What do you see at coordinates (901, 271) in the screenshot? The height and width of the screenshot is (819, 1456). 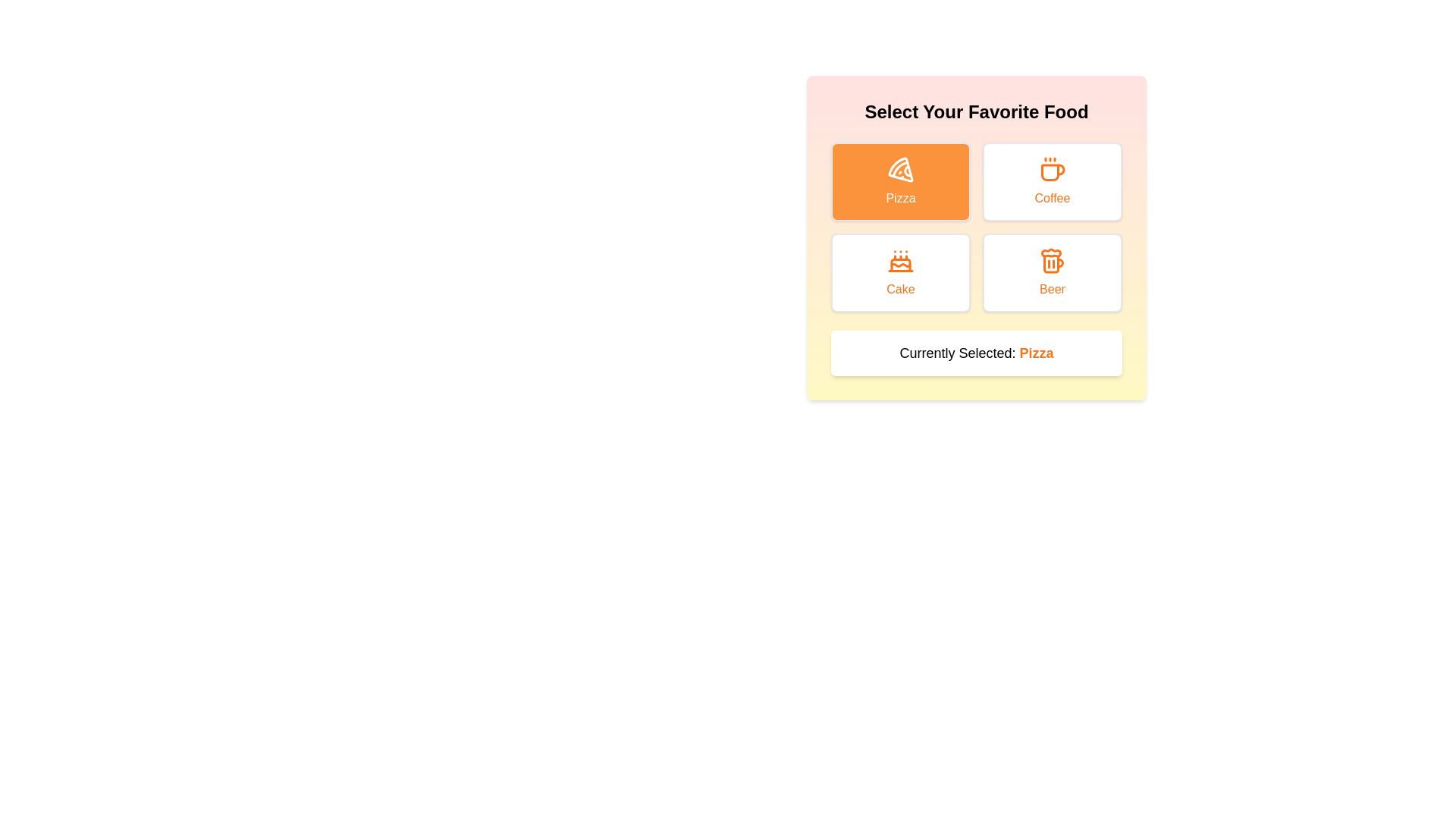 I see `the food item Cake by clicking its button` at bounding box center [901, 271].